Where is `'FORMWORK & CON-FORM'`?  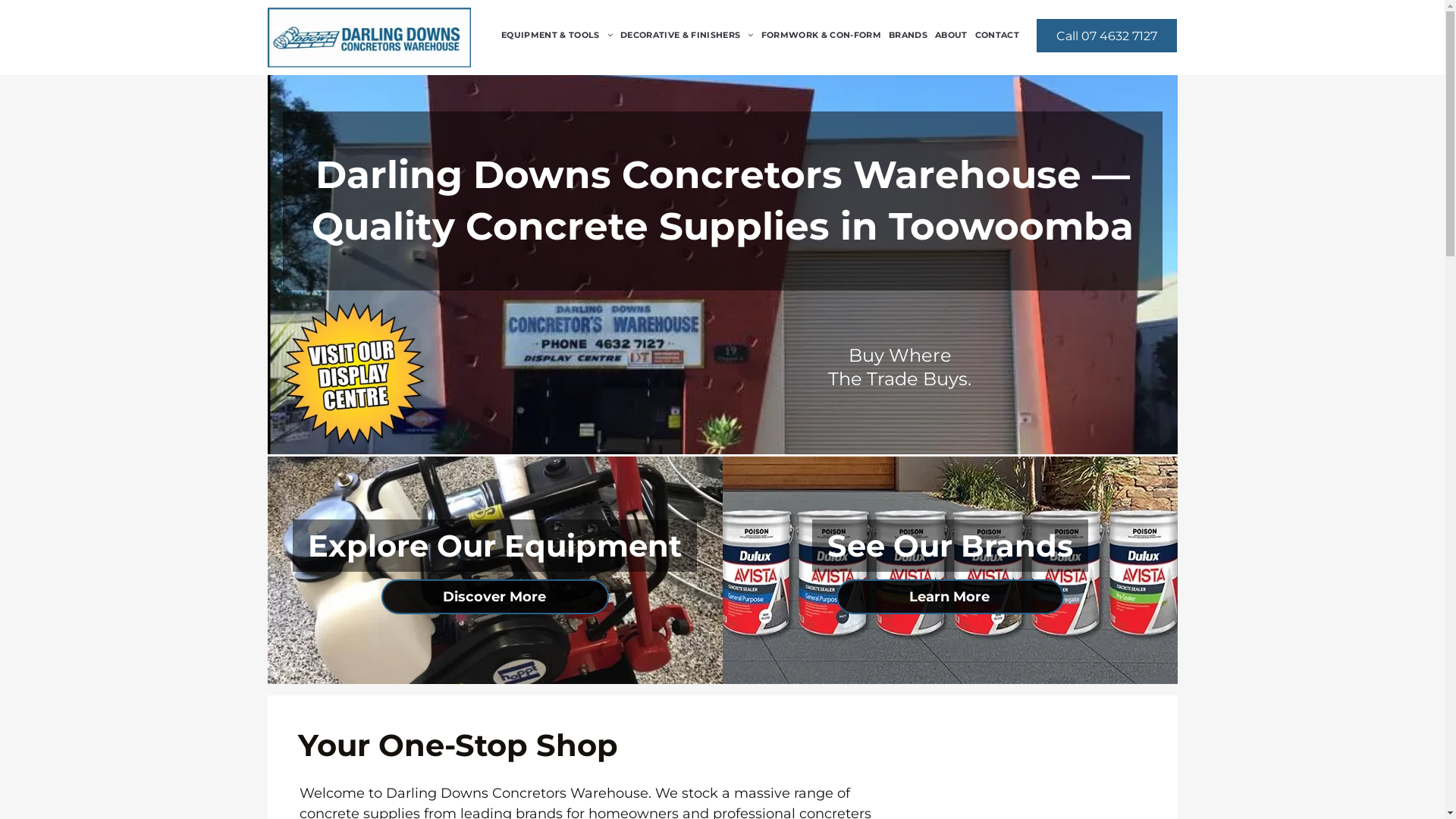
'FORMWORK & CON-FORM' is located at coordinates (821, 34).